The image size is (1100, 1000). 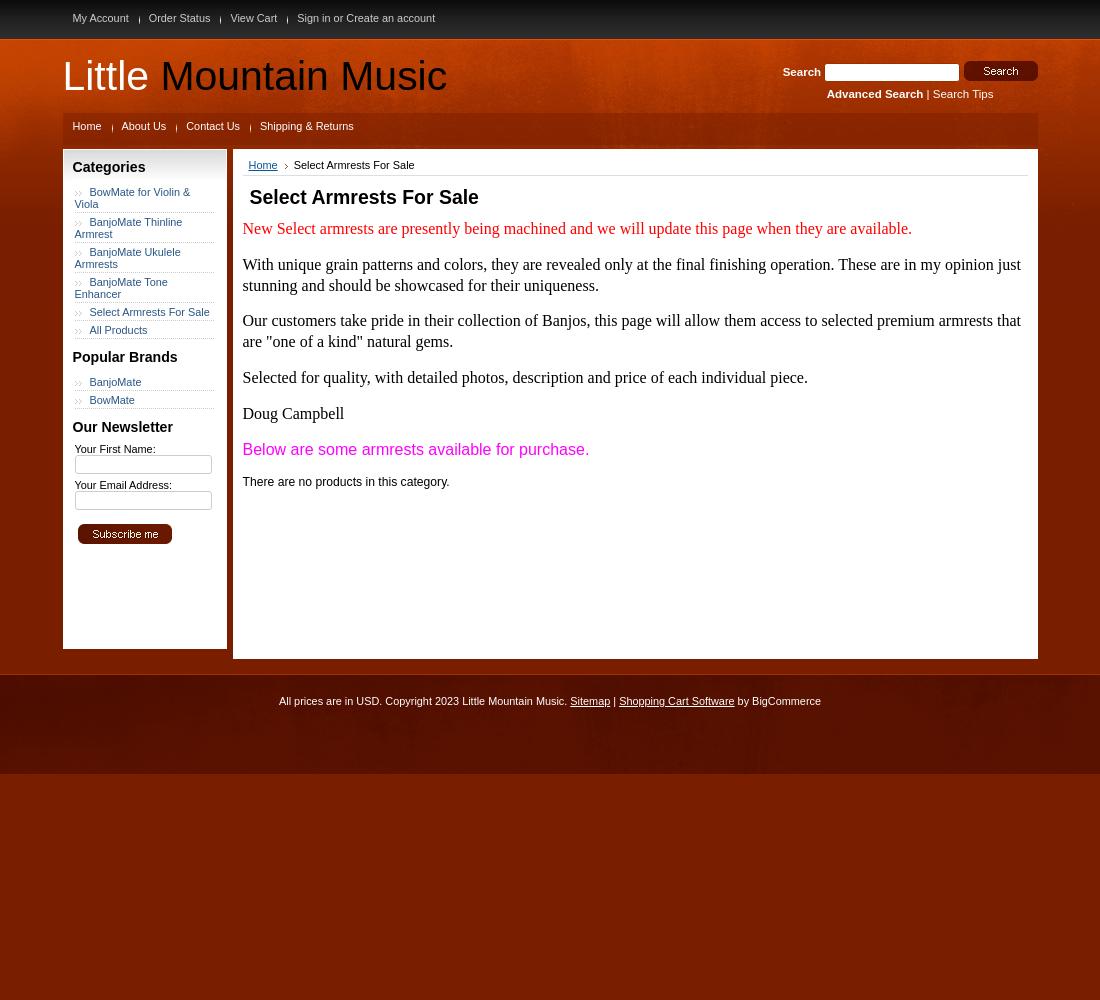 What do you see at coordinates (630, 274) in the screenshot?
I see `'These are in my opinion just stunning and should be showcased for their uniqueness.'` at bounding box center [630, 274].